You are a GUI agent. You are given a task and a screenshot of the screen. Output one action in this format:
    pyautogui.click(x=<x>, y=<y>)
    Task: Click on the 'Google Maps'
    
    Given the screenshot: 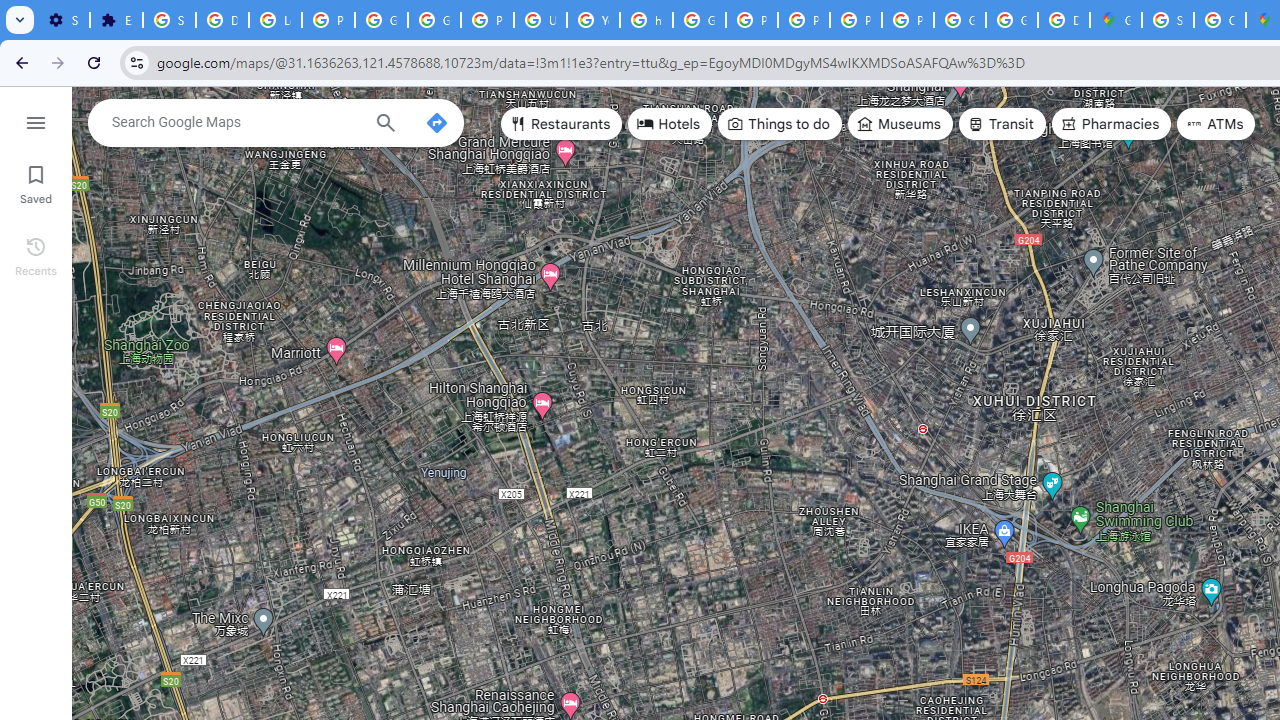 What is the action you would take?
    pyautogui.click(x=1115, y=20)
    